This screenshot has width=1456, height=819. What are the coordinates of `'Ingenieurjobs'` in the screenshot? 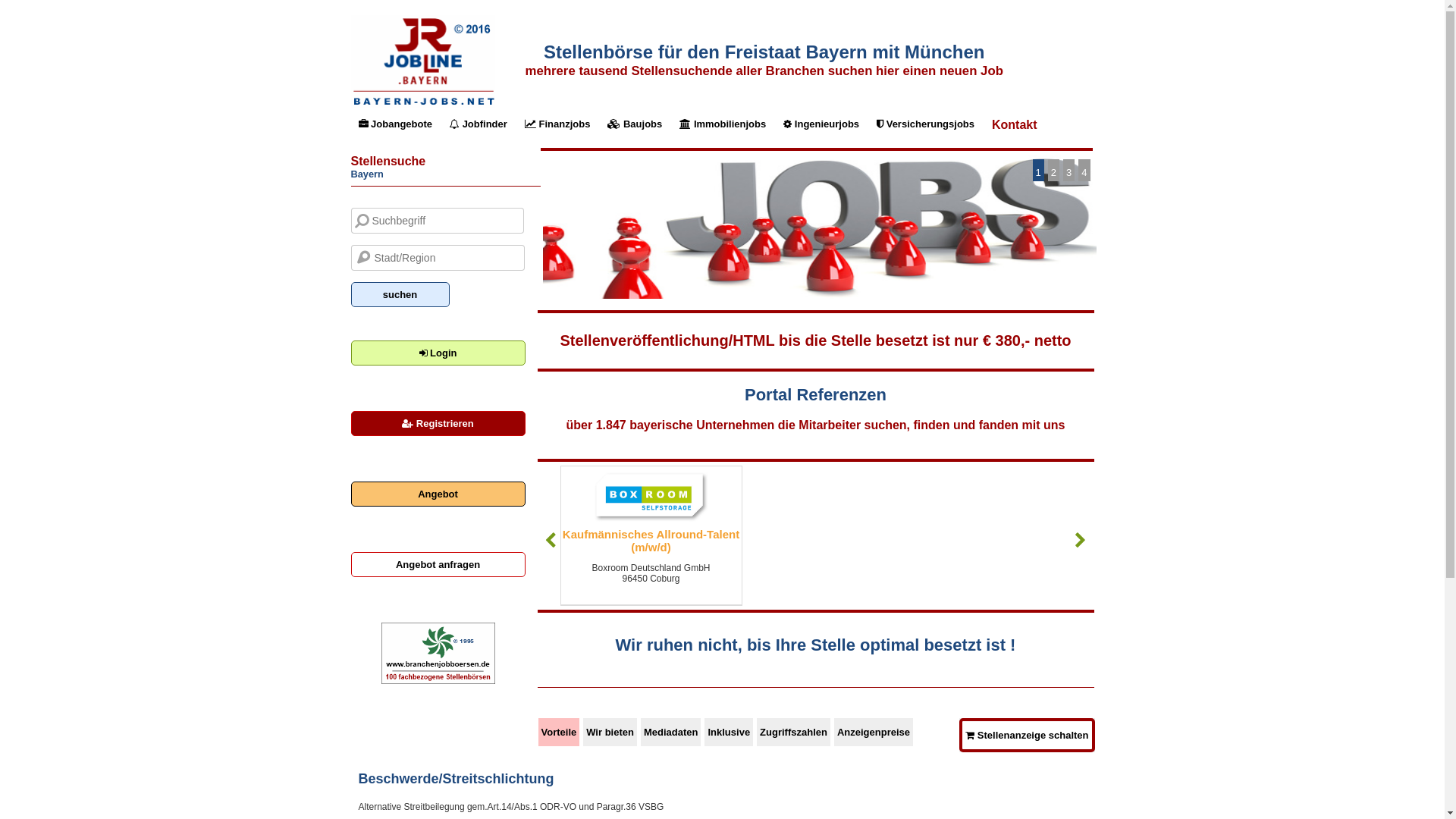 It's located at (776, 123).